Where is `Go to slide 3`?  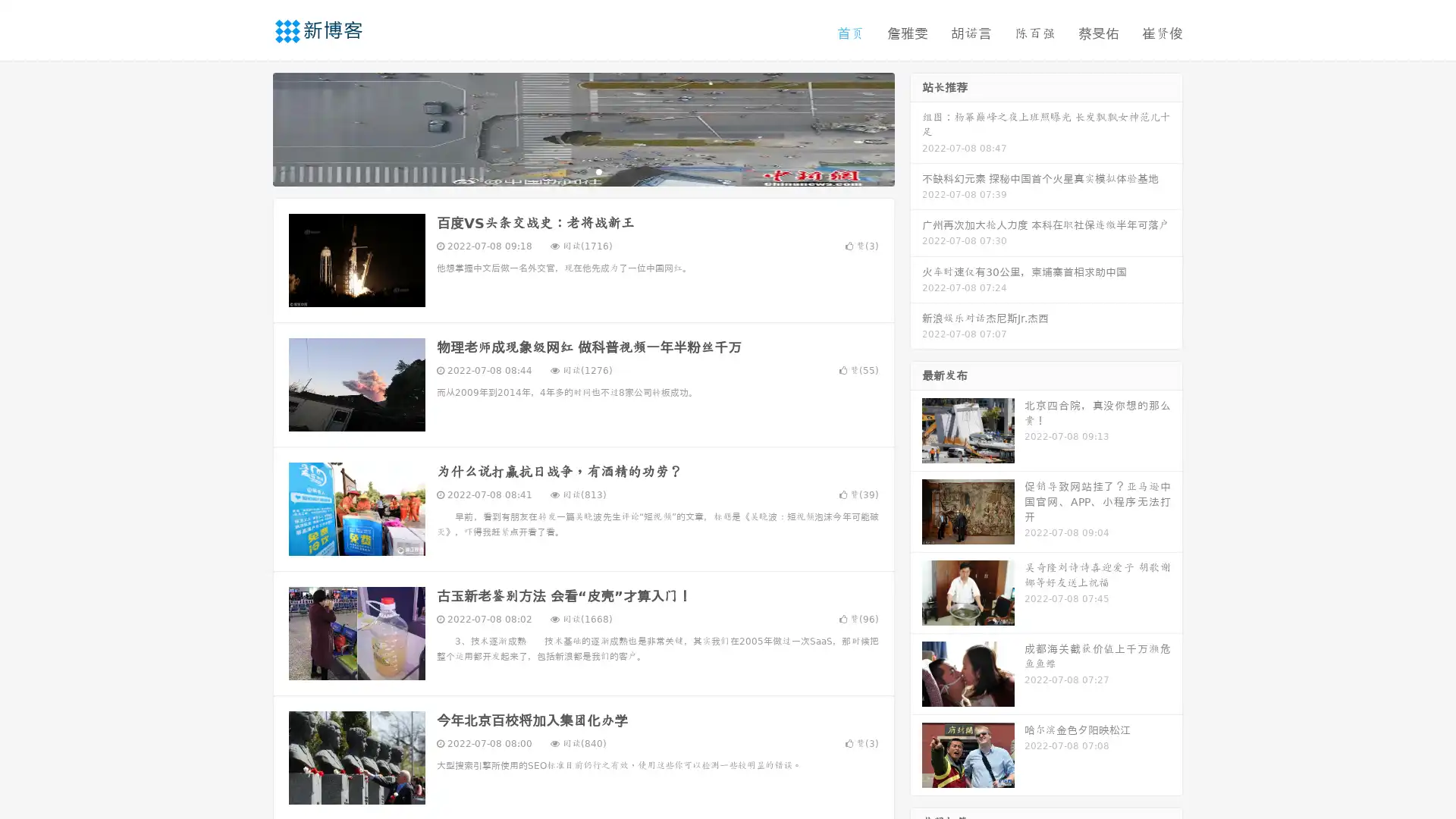
Go to slide 3 is located at coordinates (598, 171).